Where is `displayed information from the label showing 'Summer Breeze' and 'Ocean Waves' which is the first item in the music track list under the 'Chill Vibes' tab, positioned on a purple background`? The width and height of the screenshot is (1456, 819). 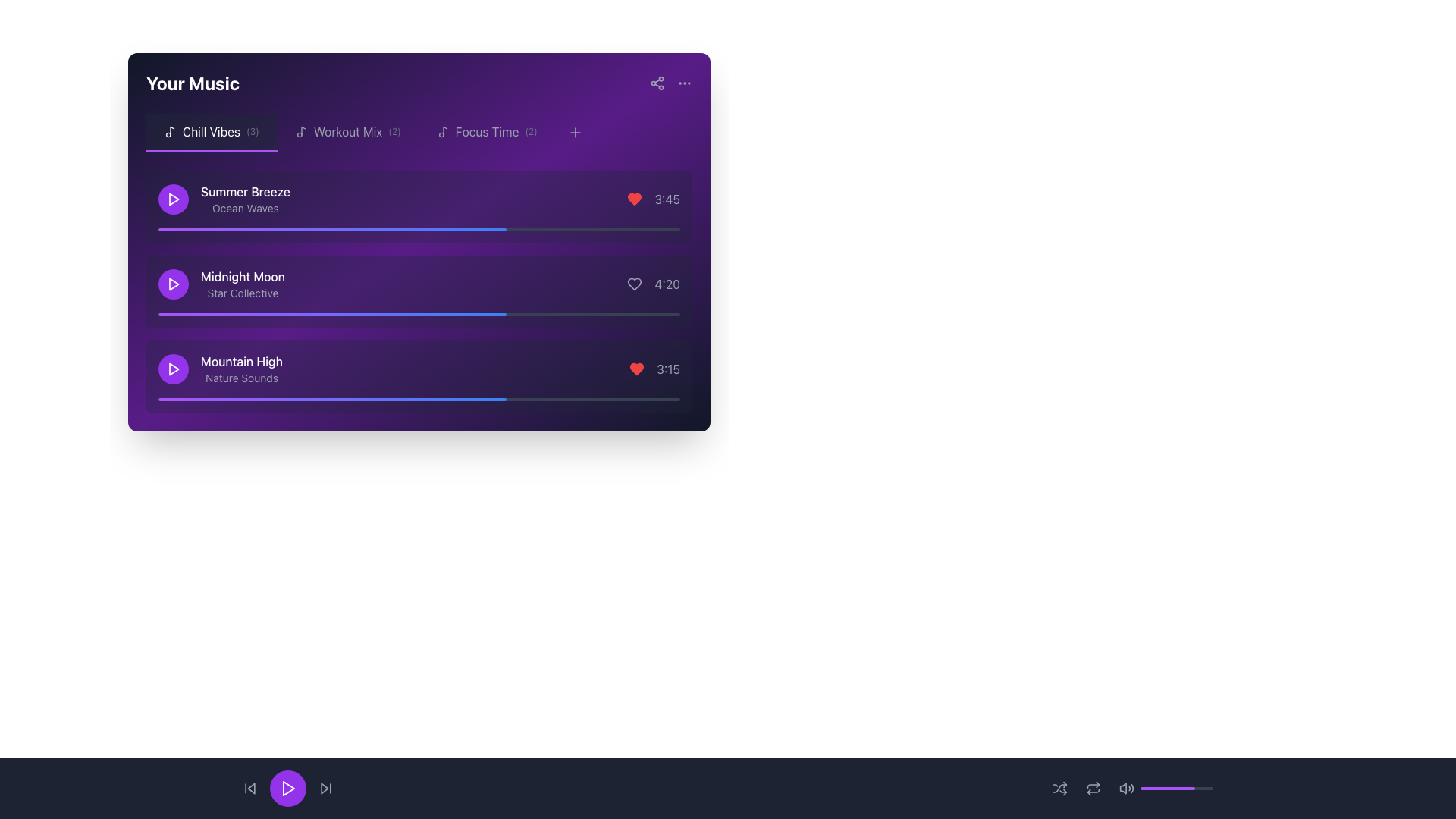
displayed information from the label showing 'Summer Breeze' and 'Ocean Waves' which is the first item in the music track list under the 'Chill Vibes' tab, positioned on a purple background is located at coordinates (245, 198).